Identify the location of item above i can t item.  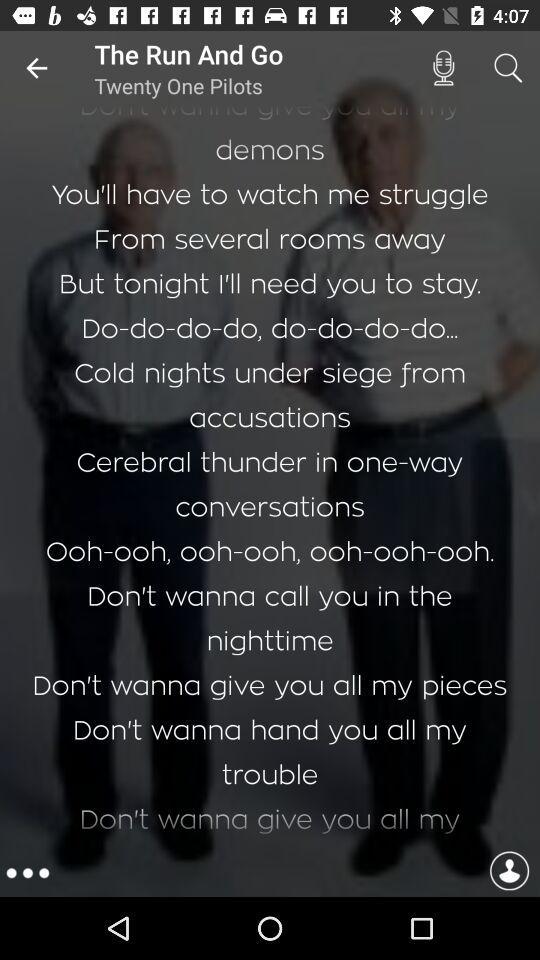
(443, 68).